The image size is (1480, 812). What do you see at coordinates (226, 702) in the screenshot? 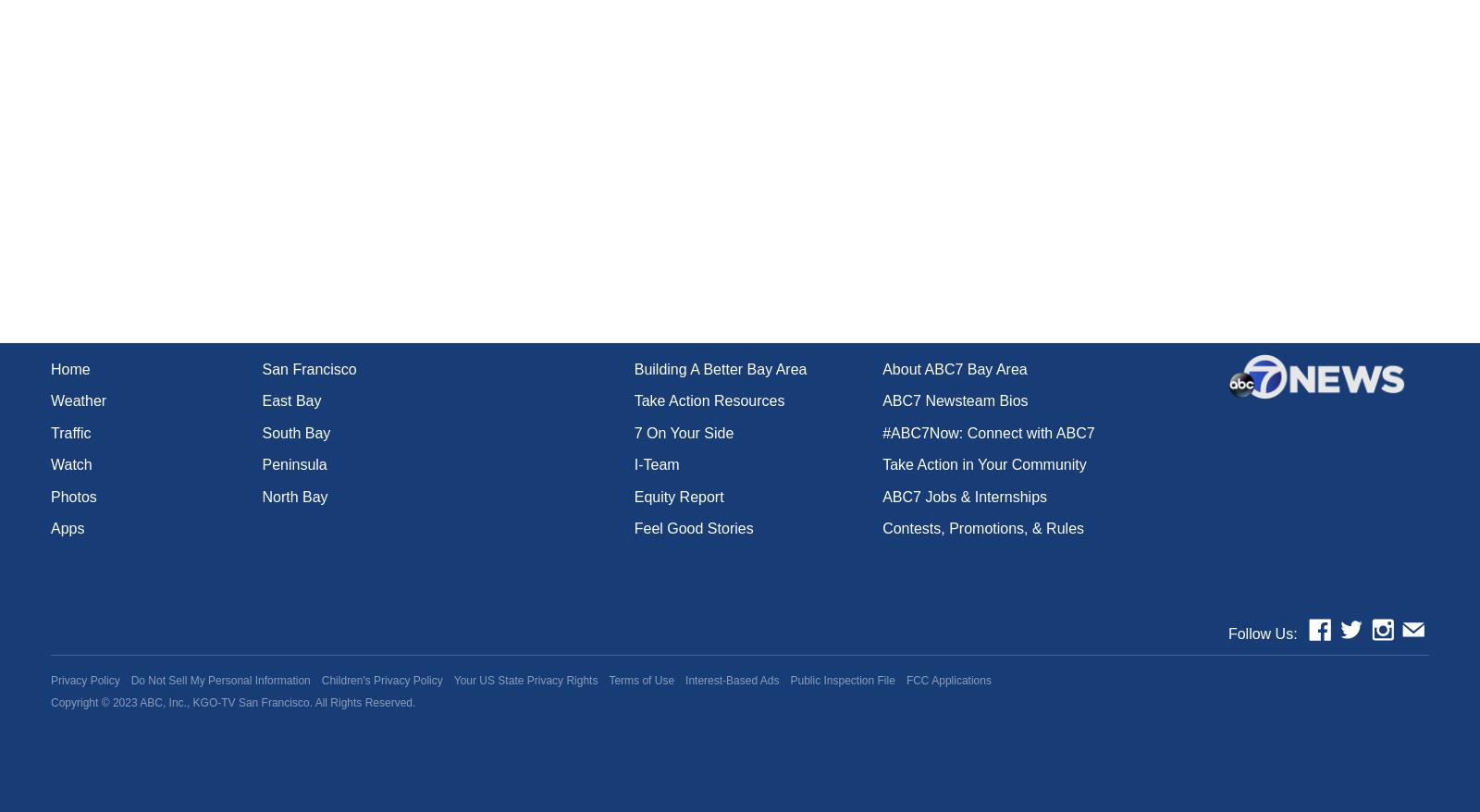
I see `'ABC, Inc., KGO-TV San Francisco.'` at bounding box center [226, 702].